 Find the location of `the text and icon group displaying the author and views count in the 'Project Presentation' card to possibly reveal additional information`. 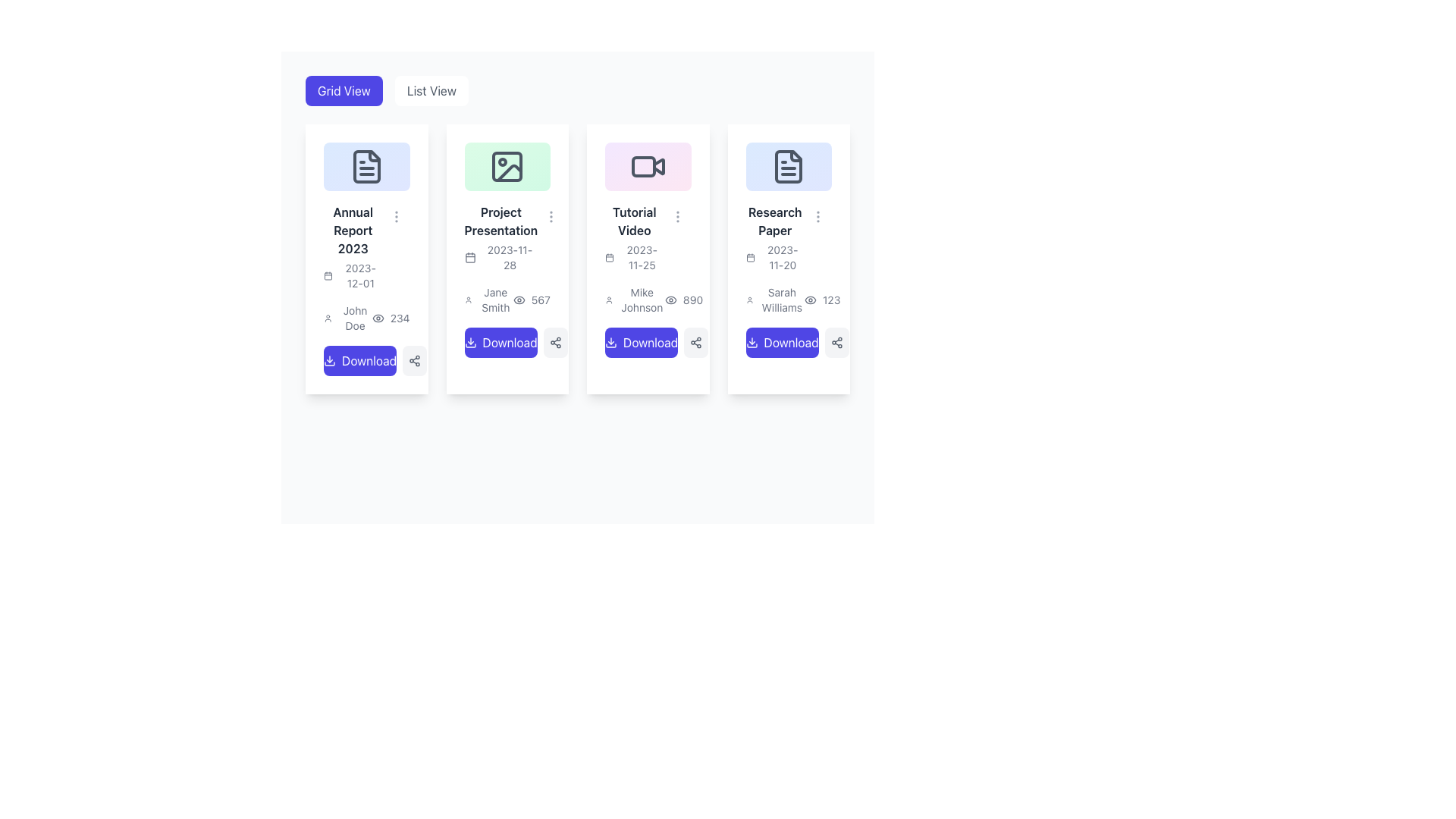

the text and icon group displaying the author and views count in the 'Project Presentation' card to possibly reveal additional information is located at coordinates (507, 300).